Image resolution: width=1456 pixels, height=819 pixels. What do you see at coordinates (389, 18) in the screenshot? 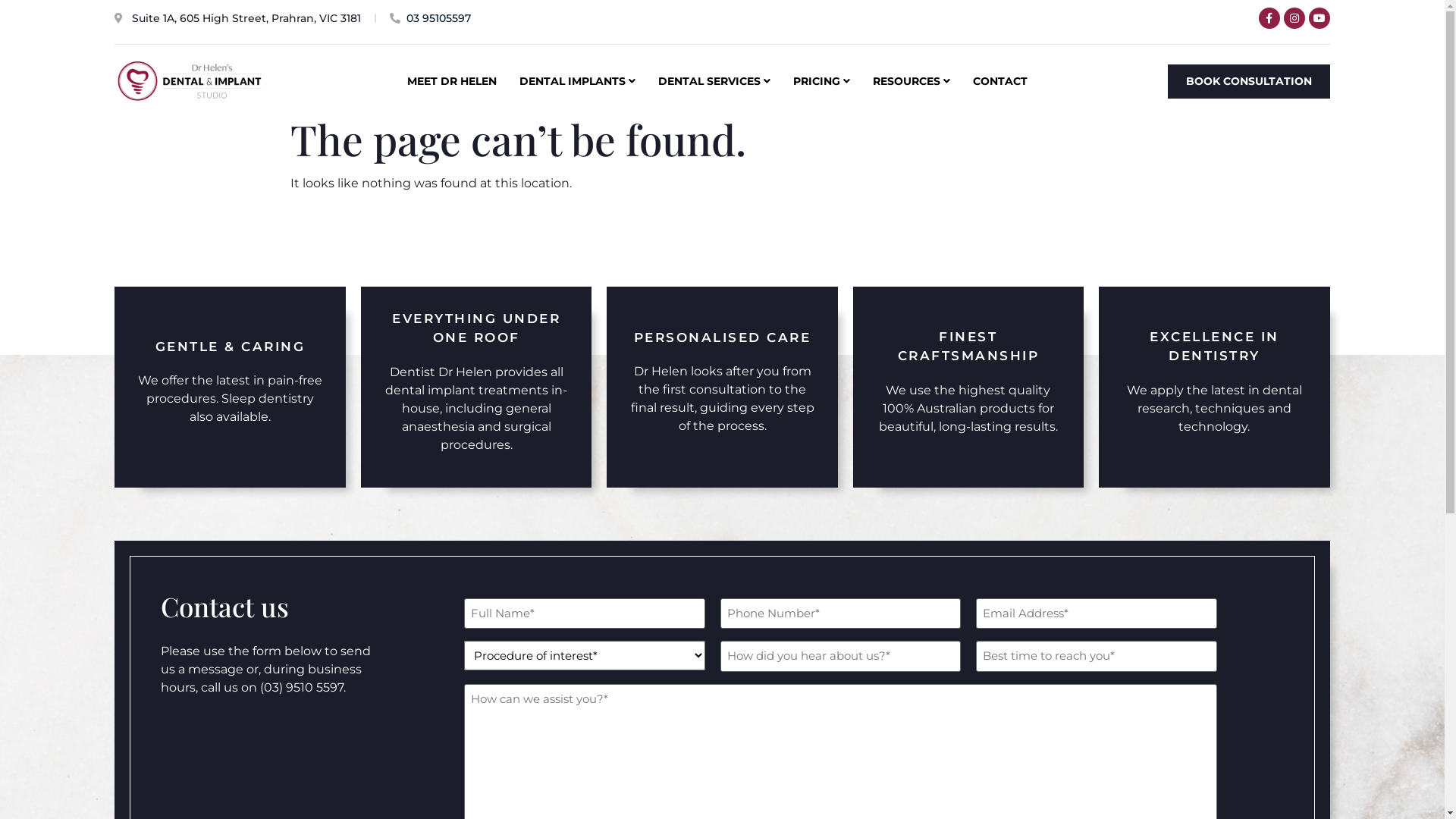
I see `'03 95105597'` at bounding box center [389, 18].